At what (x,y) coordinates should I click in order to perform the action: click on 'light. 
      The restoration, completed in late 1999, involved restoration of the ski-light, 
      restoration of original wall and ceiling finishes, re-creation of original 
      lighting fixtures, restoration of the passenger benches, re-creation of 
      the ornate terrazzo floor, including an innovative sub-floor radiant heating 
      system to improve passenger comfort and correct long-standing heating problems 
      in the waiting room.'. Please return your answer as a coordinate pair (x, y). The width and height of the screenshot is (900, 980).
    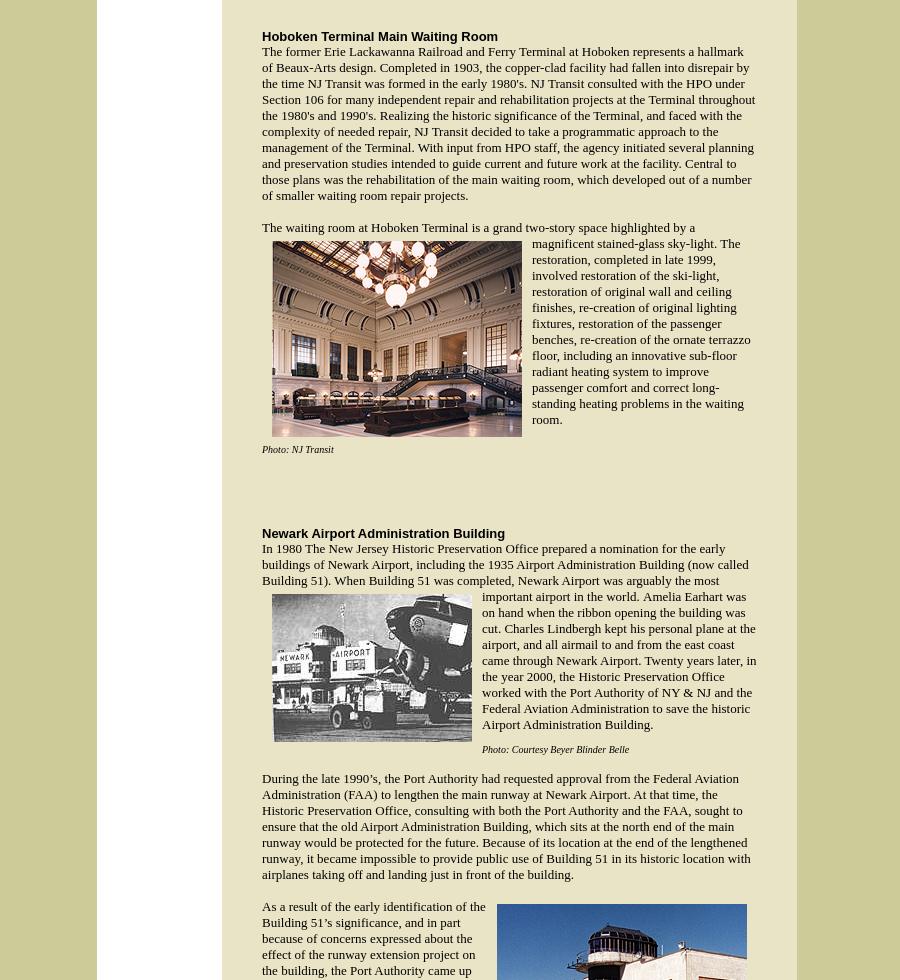
    Looking at the image, I should click on (640, 331).